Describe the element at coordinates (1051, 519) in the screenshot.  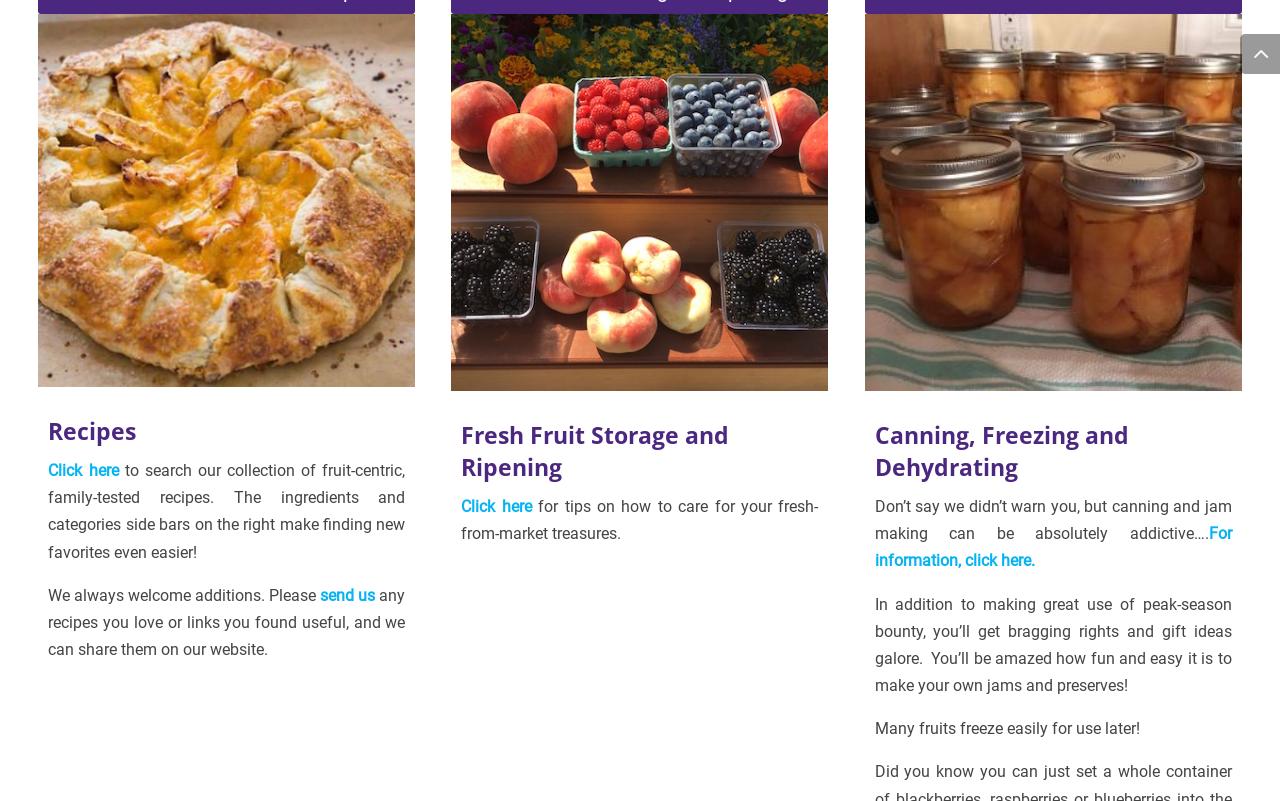
I see `'Don’t say we didn’t warn you, but canning and jam making can be absolutely addictive….'` at that location.